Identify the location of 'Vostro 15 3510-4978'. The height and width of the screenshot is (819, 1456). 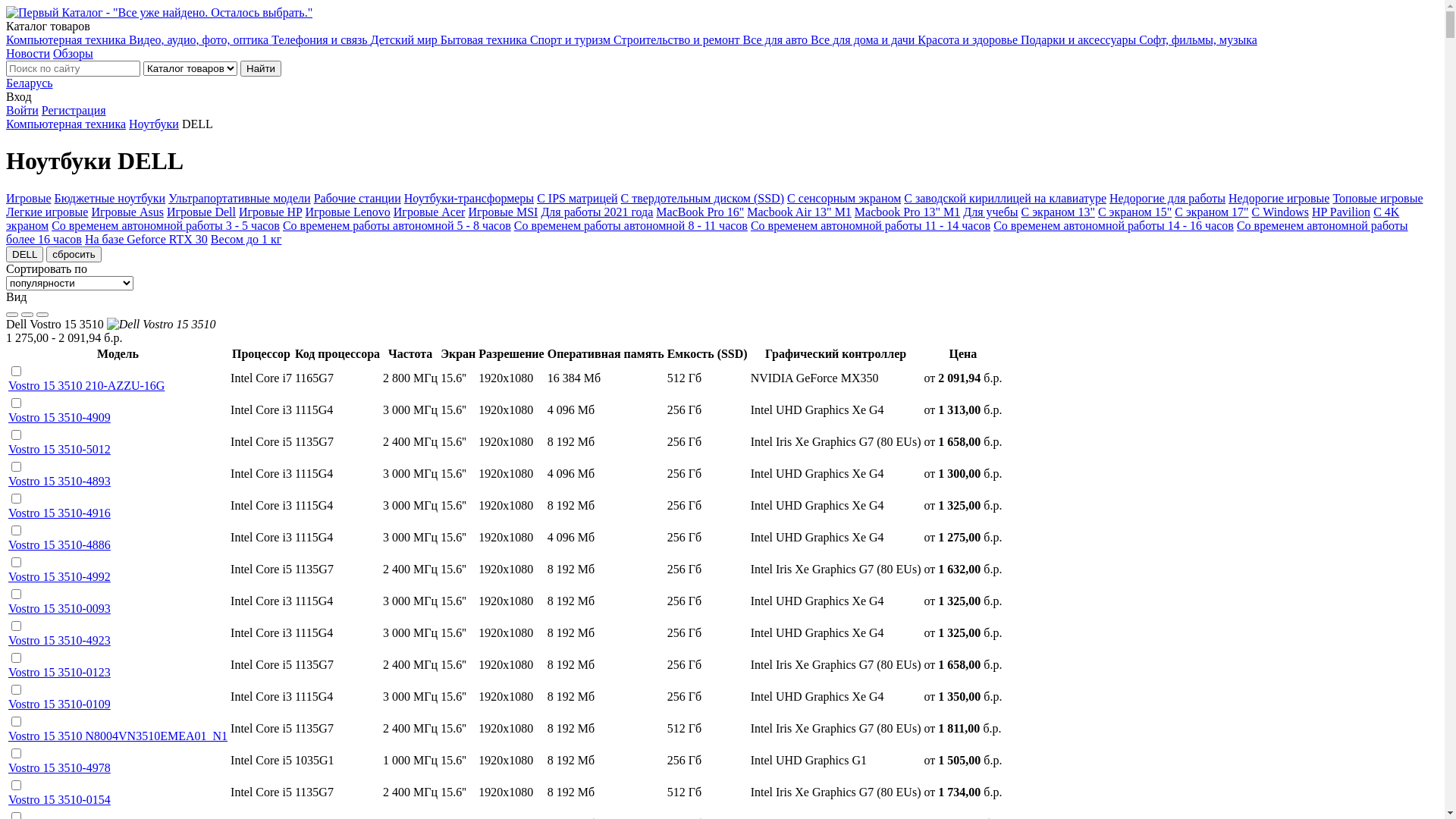
(59, 767).